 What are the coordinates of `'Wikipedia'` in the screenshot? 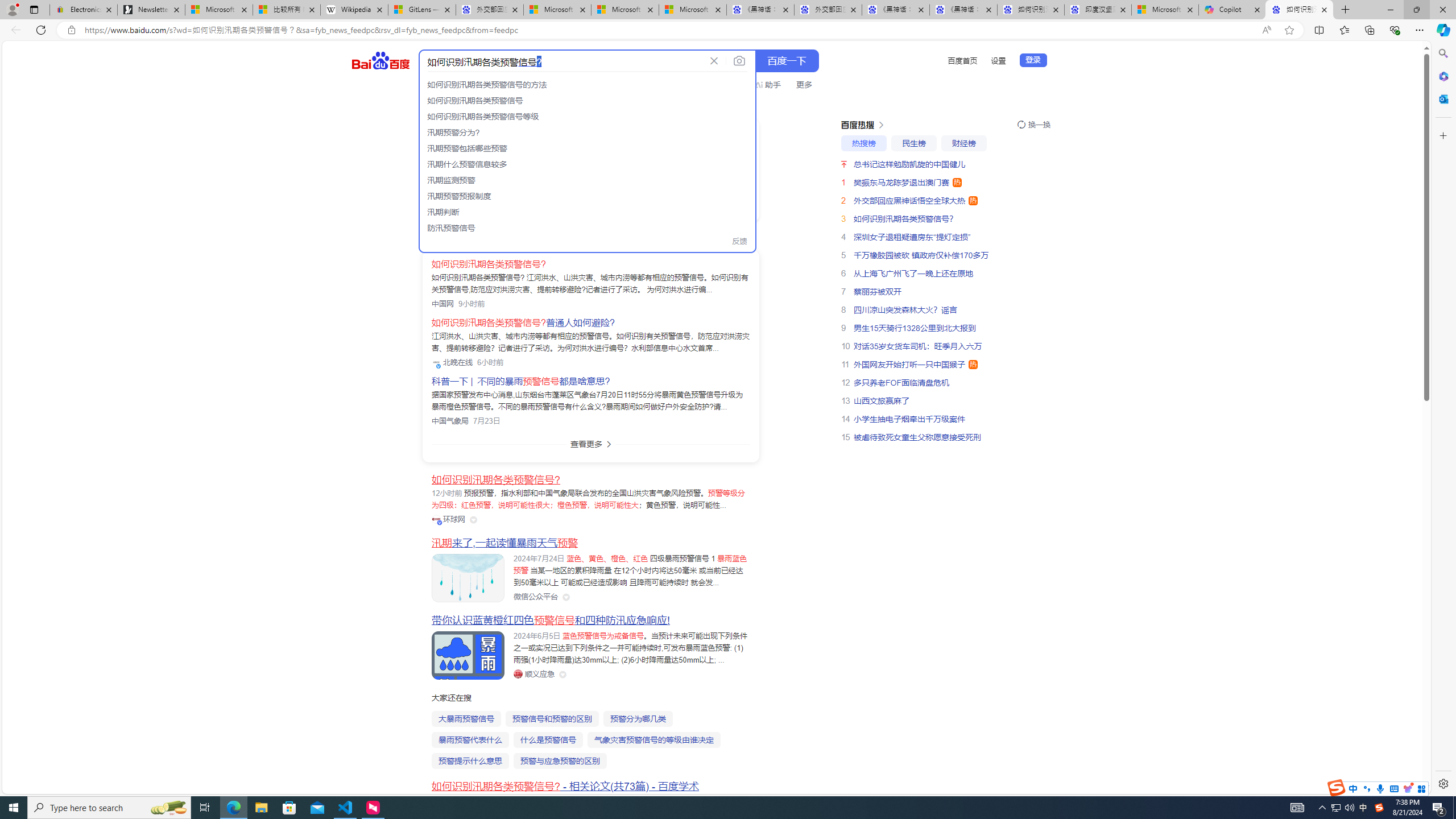 It's located at (354, 9).